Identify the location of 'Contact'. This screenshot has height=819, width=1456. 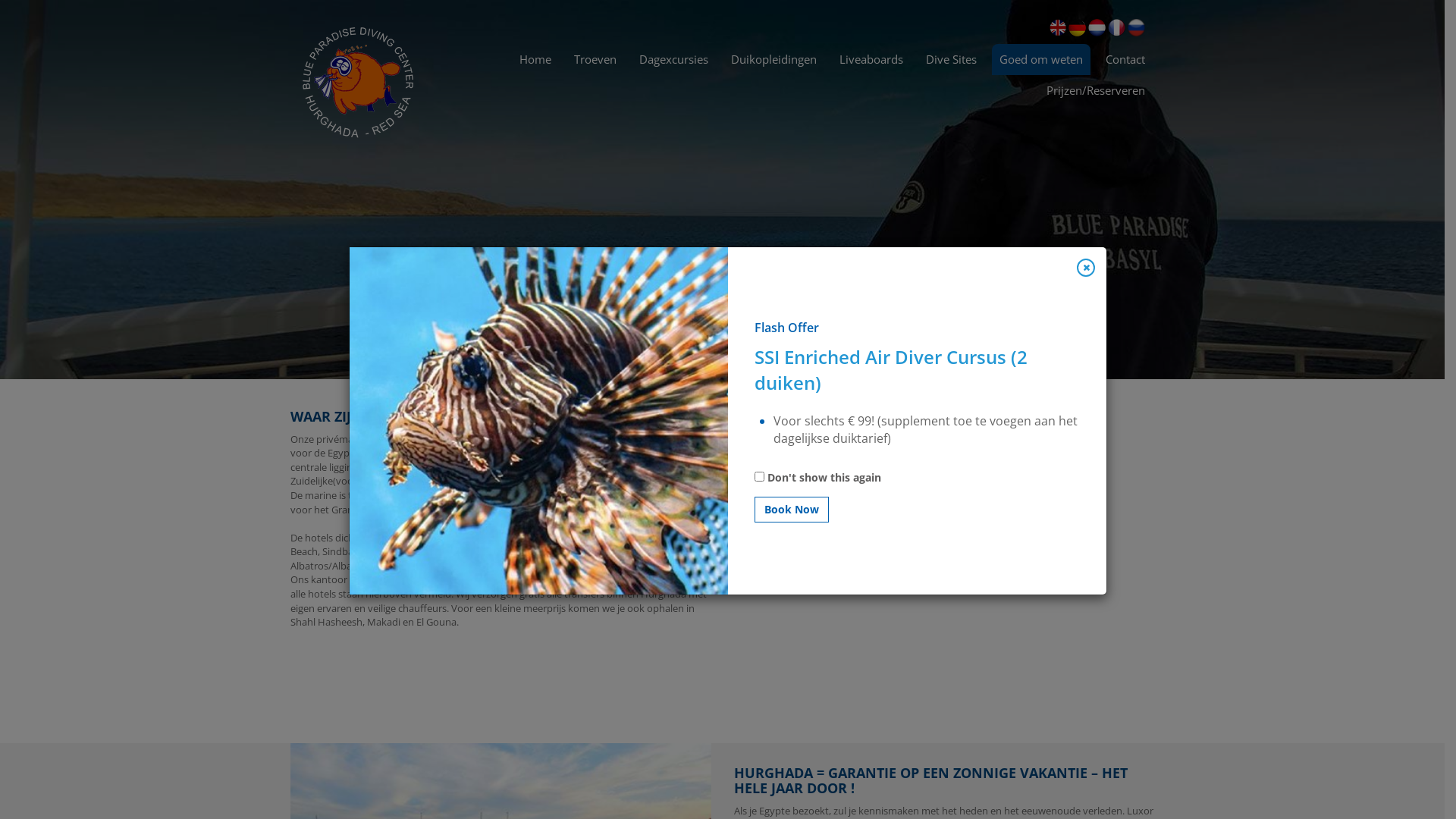
(1125, 58).